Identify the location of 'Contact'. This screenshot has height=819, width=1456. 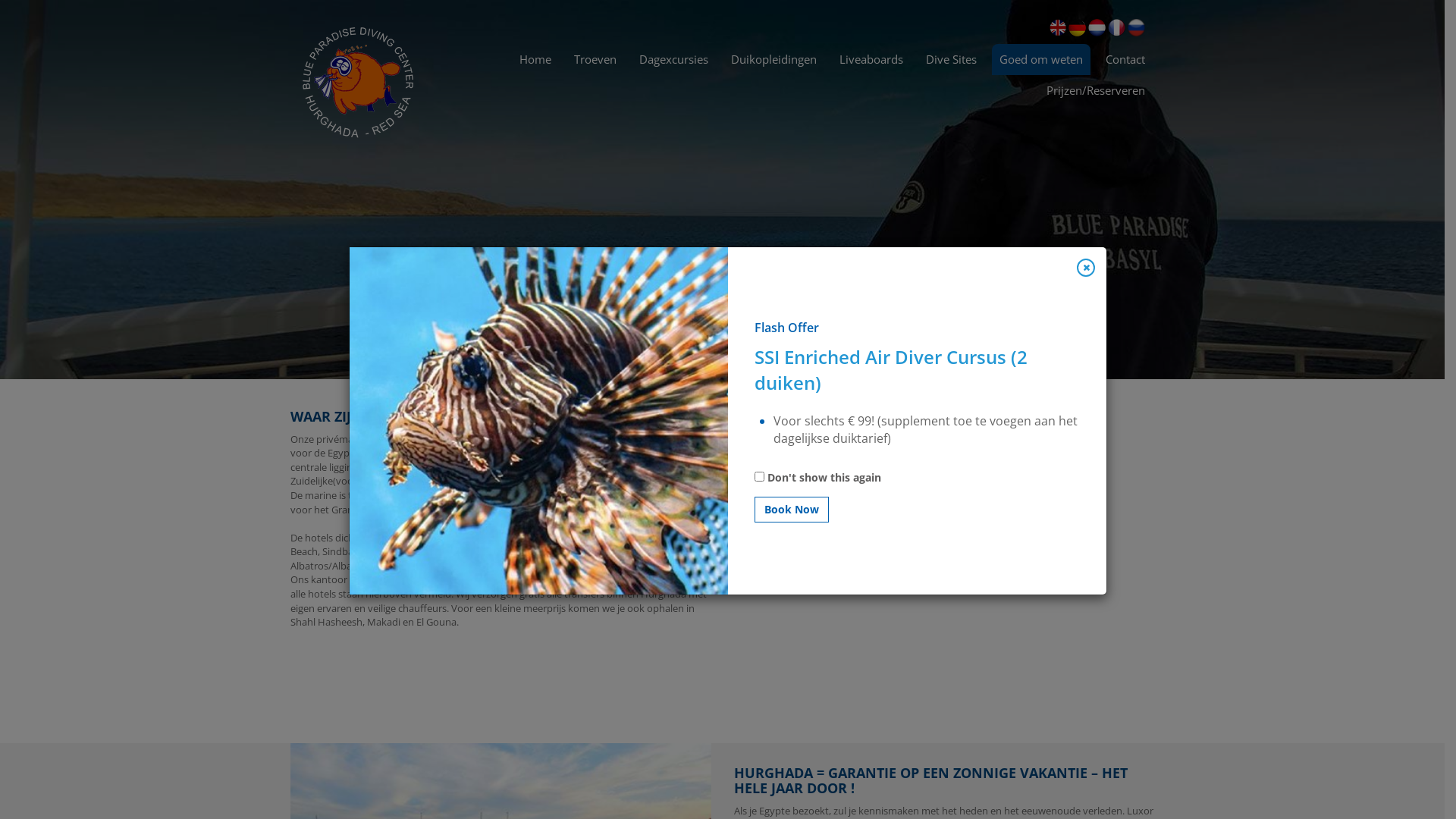
(1125, 58).